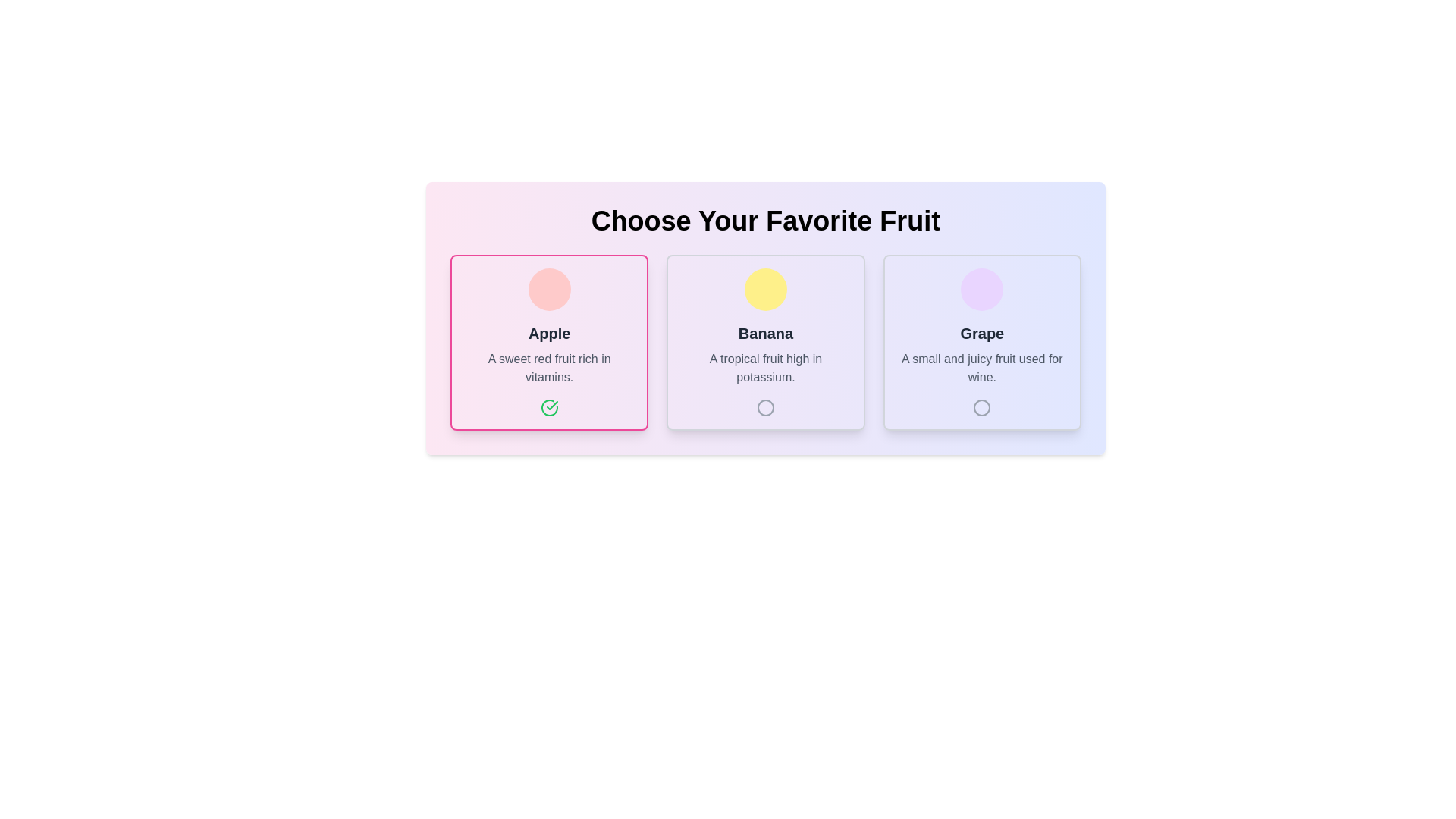  Describe the element at coordinates (548, 406) in the screenshot. I see `the visual indicator icon for the selected 'Apple' option located at the bottom of the 'Apple' card` at that location.